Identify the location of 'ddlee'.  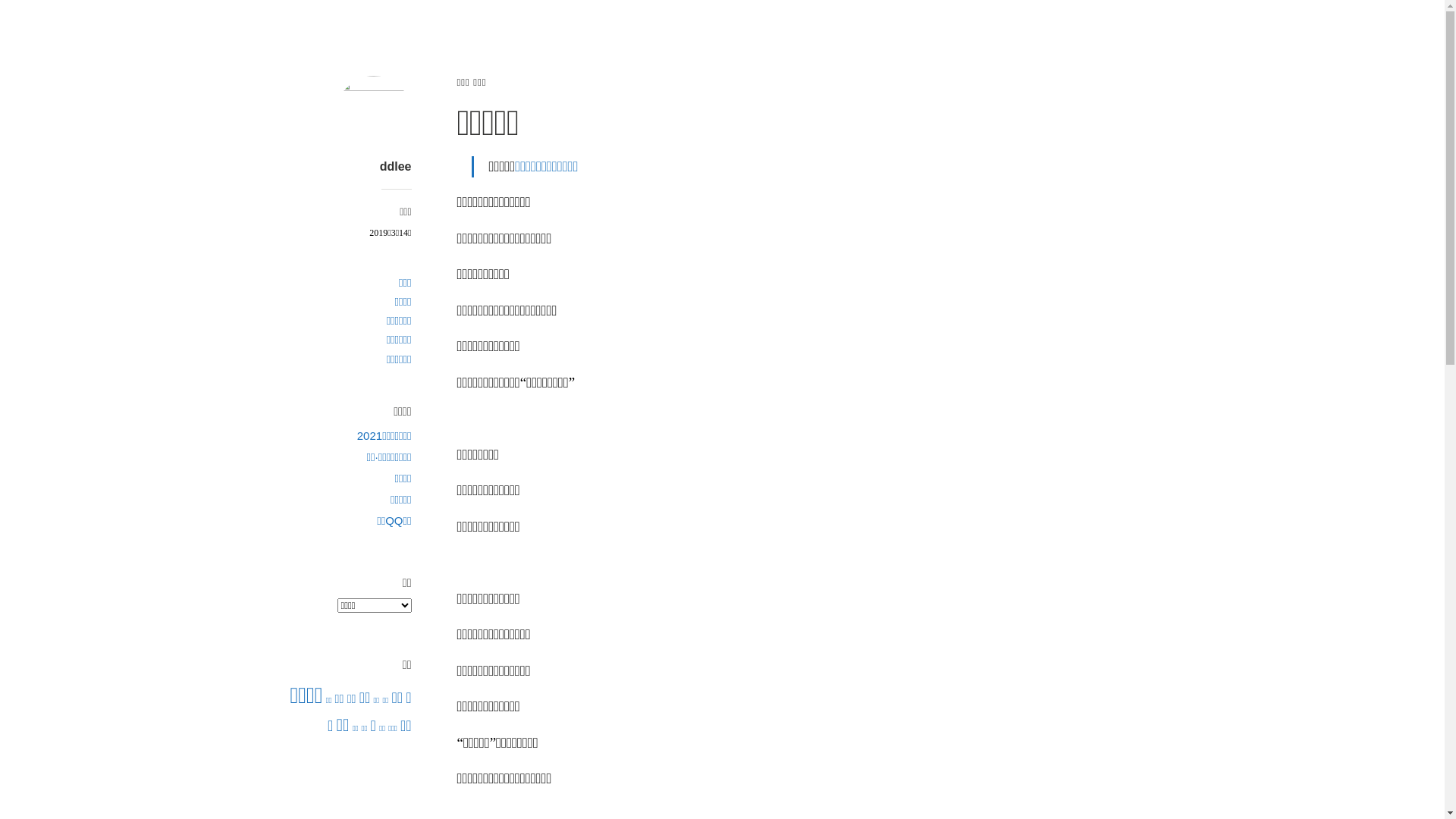
(396, 166).